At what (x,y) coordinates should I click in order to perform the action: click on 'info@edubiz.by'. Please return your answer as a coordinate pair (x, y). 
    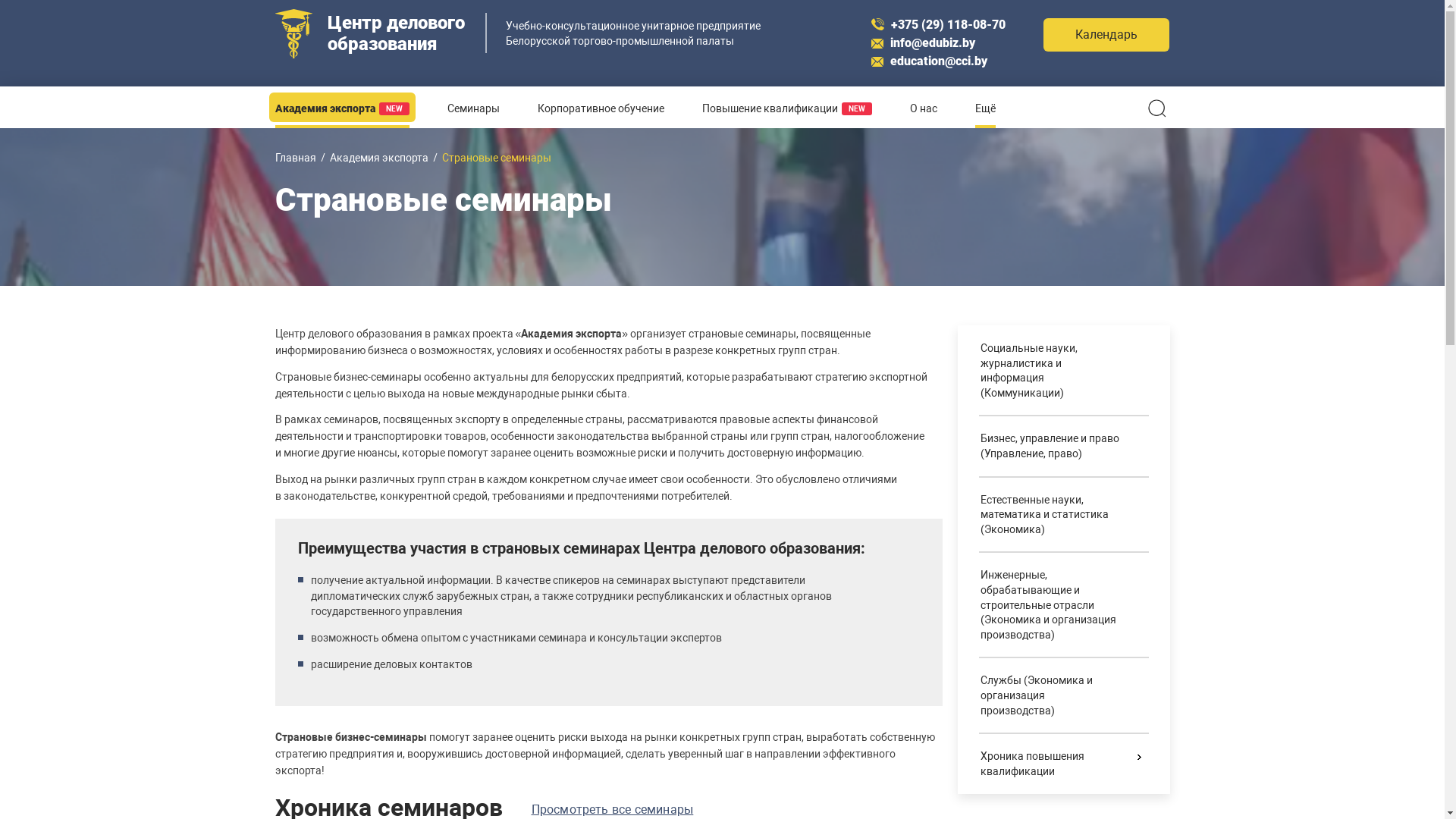
    Looking at the image, I should click on (922, 42).